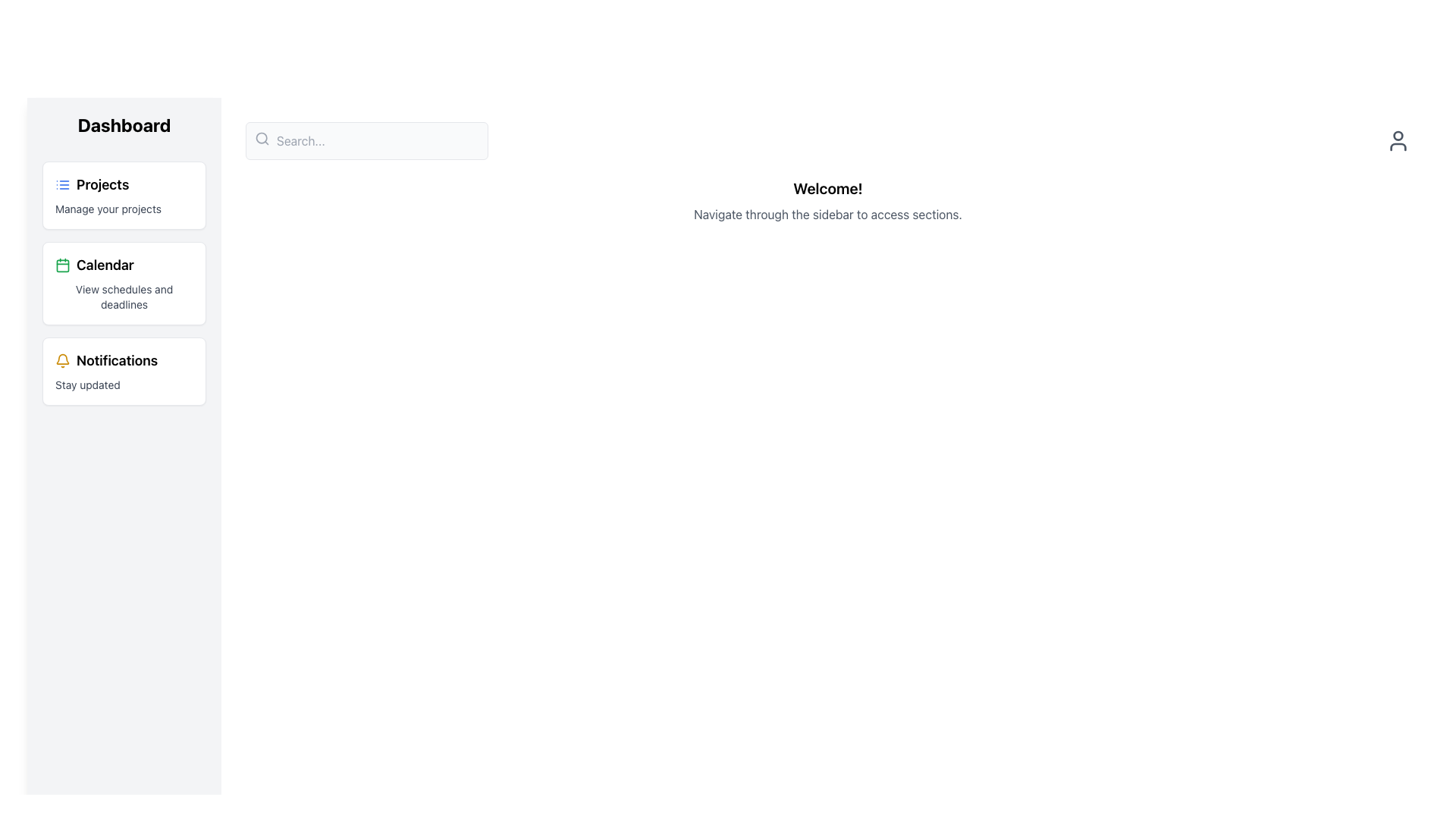 This screenshot has height=819, width=1456. I want to click on the search icon located, so click(262, 138).